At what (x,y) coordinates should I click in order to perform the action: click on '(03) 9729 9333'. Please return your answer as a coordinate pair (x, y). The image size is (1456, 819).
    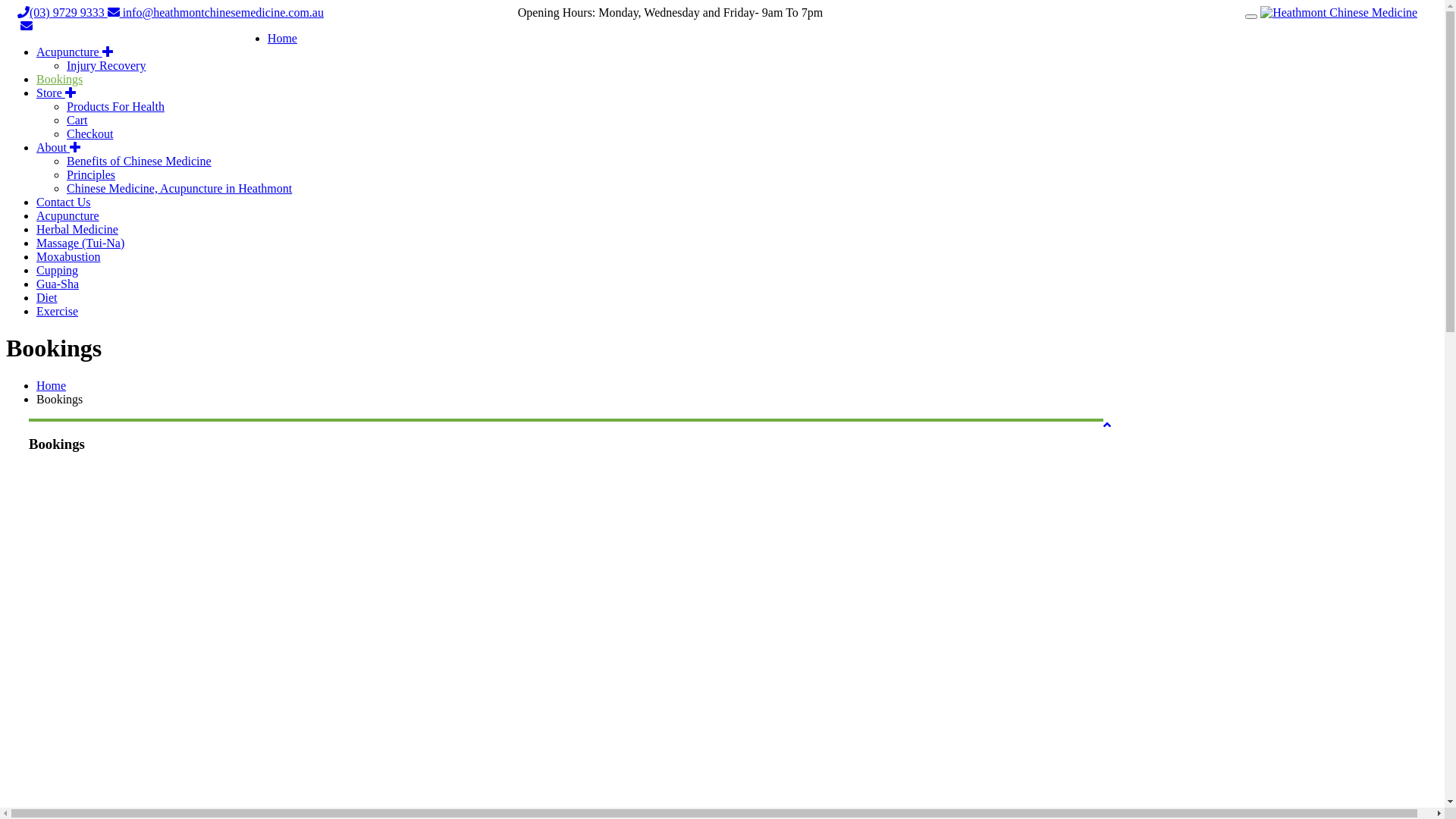
    Looking at the image, I should click on (17, 12).